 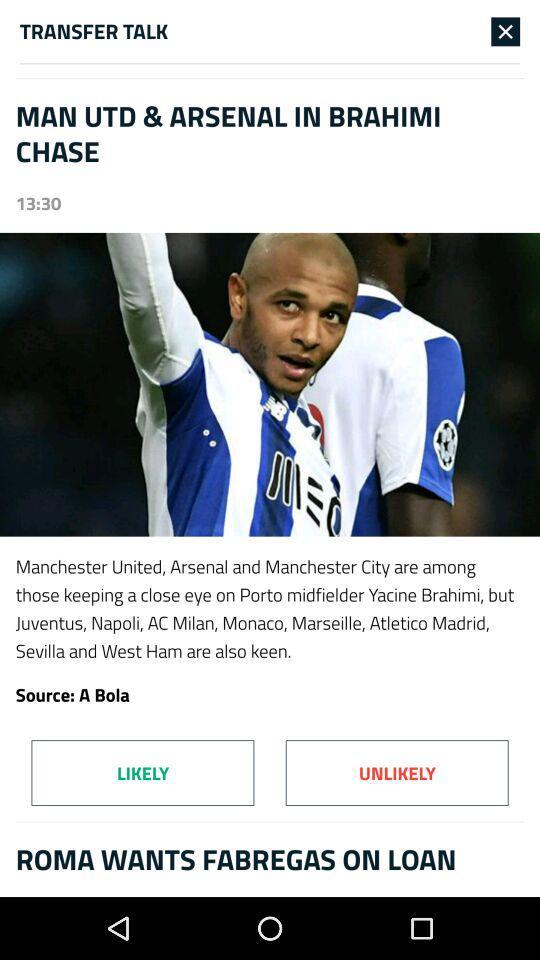 What do you see at coordinates (397, 772) in the screenshot?
I see `item next to the likely` at bounding box center [397, 772].